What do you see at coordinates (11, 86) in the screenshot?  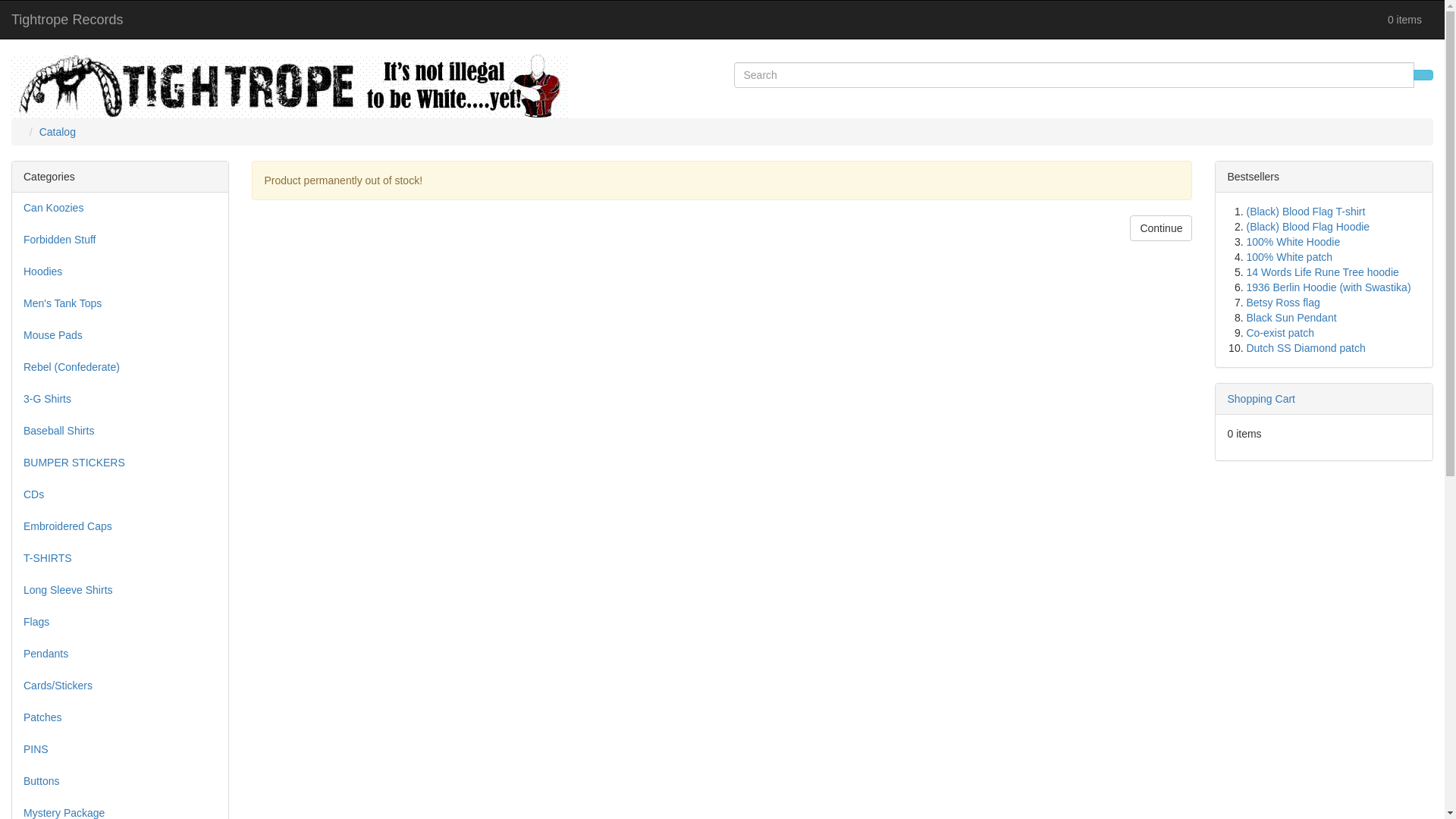 I see `'Tightrope Records'` at bounding box center [11, 86].